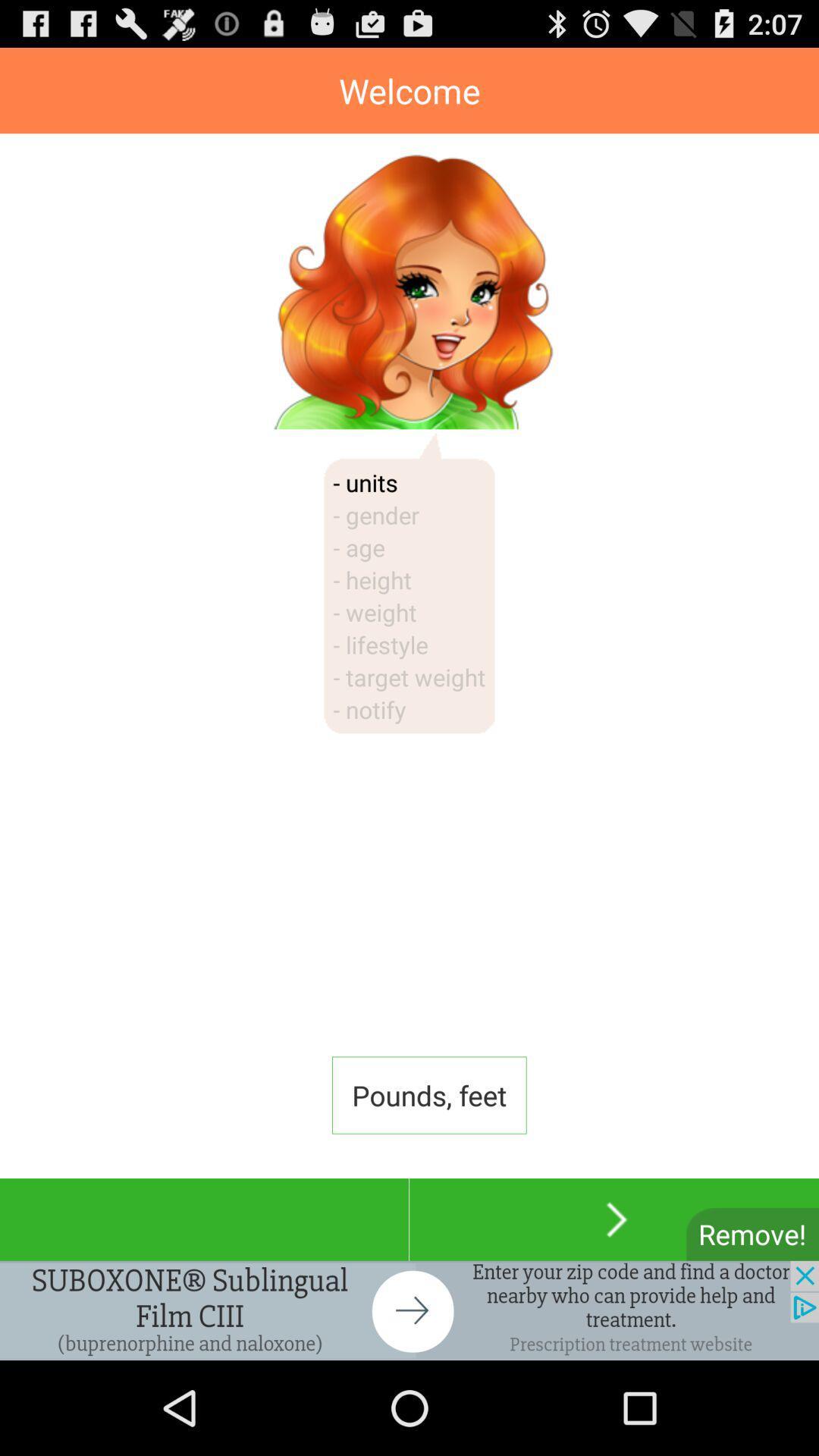 The height and width of the screenshot is (1456, 819). I want to click on see advertisement, so click(409, 1310).